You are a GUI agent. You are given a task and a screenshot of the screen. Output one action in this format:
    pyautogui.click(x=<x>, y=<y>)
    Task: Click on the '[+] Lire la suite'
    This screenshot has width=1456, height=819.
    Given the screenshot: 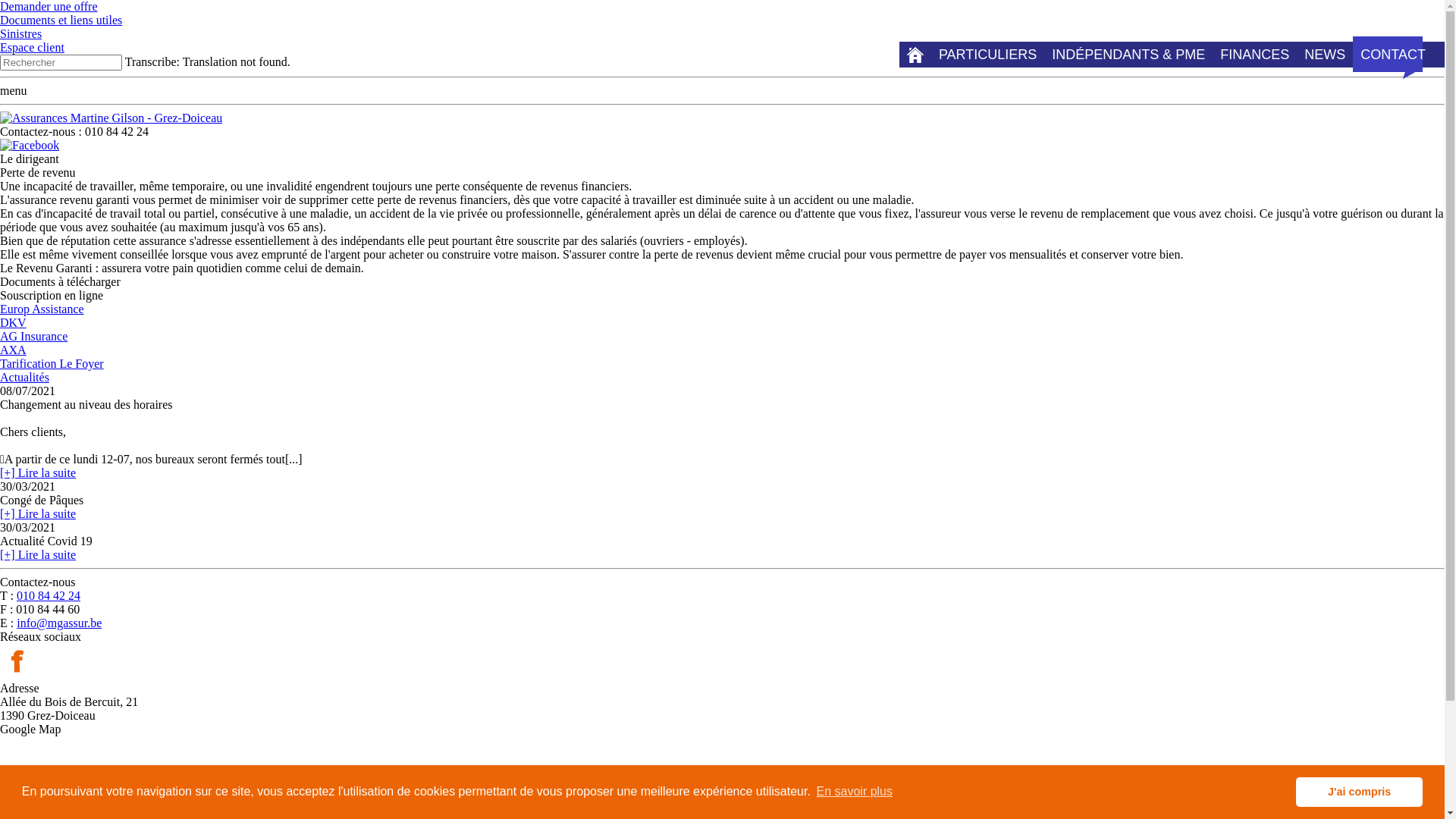 What is the action you would take?
    pyautogui.click(x=0, y=554)
    